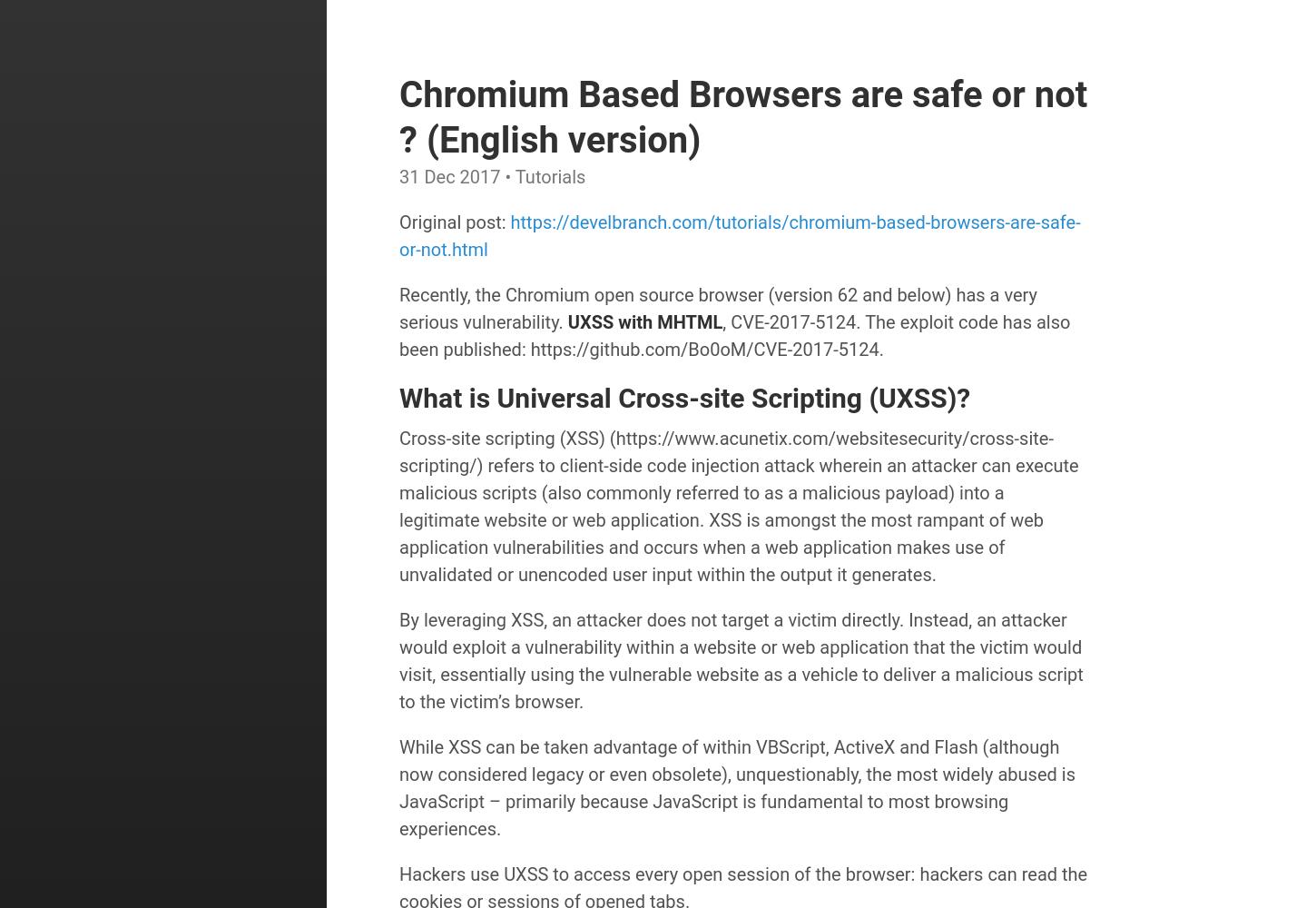 The image size is (1316, 908). I want to click on 'Original post:', so click(454, 222).